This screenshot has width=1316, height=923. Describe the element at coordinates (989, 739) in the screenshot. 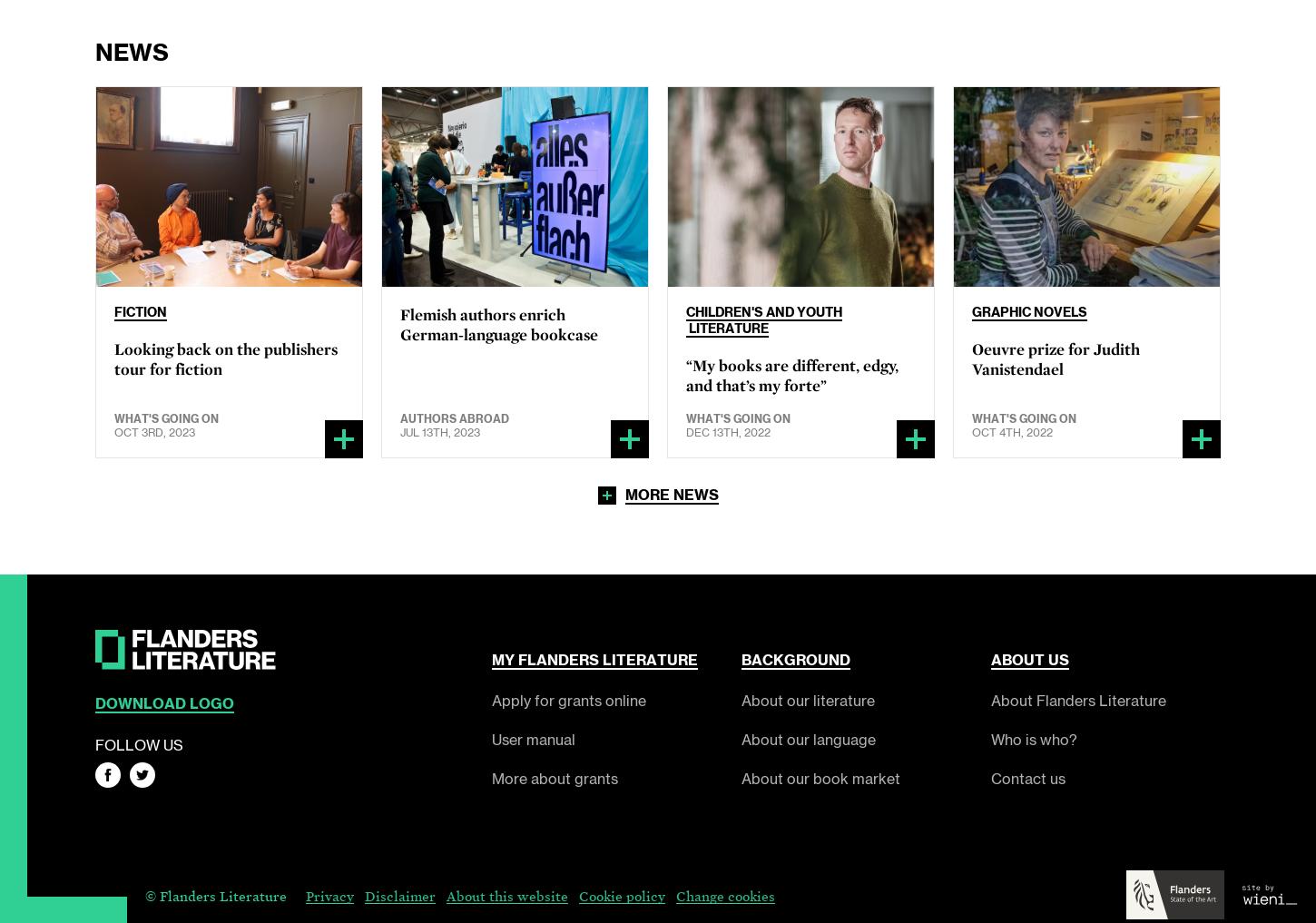

I see `'Who is who?'` at that location.